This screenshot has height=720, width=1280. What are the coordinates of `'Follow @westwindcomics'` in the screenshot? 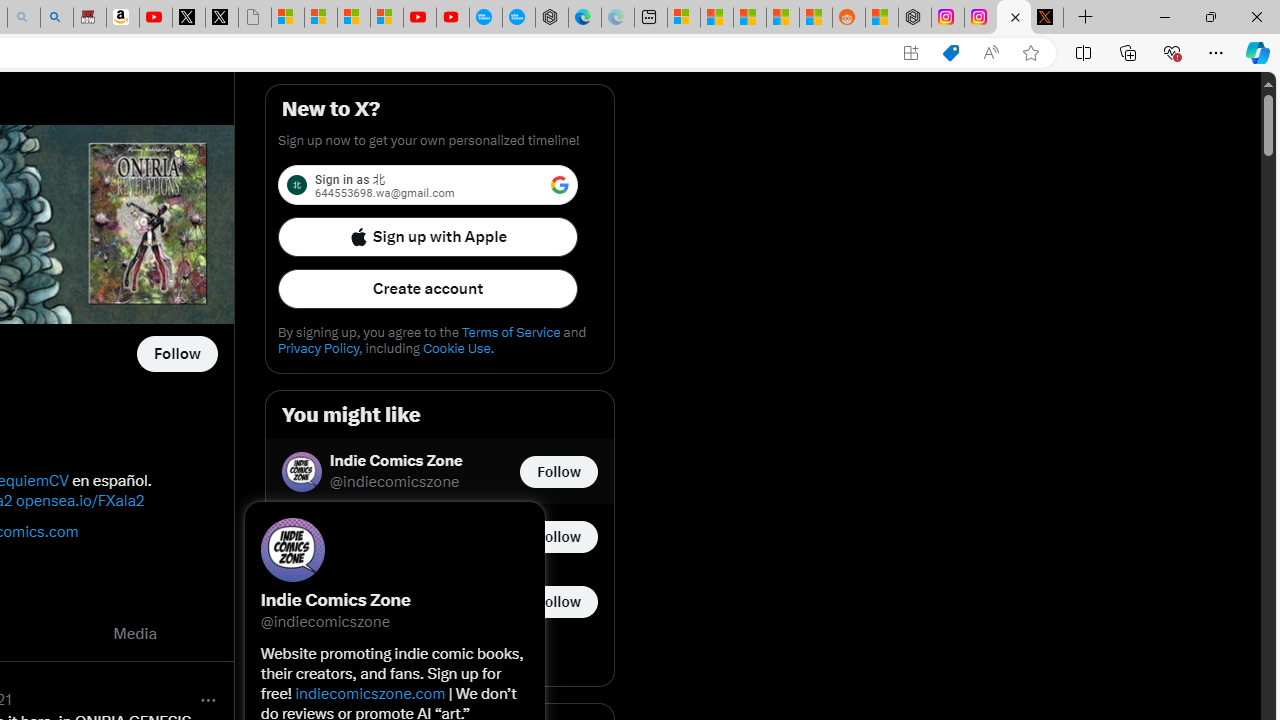 It's located at (177, 353).